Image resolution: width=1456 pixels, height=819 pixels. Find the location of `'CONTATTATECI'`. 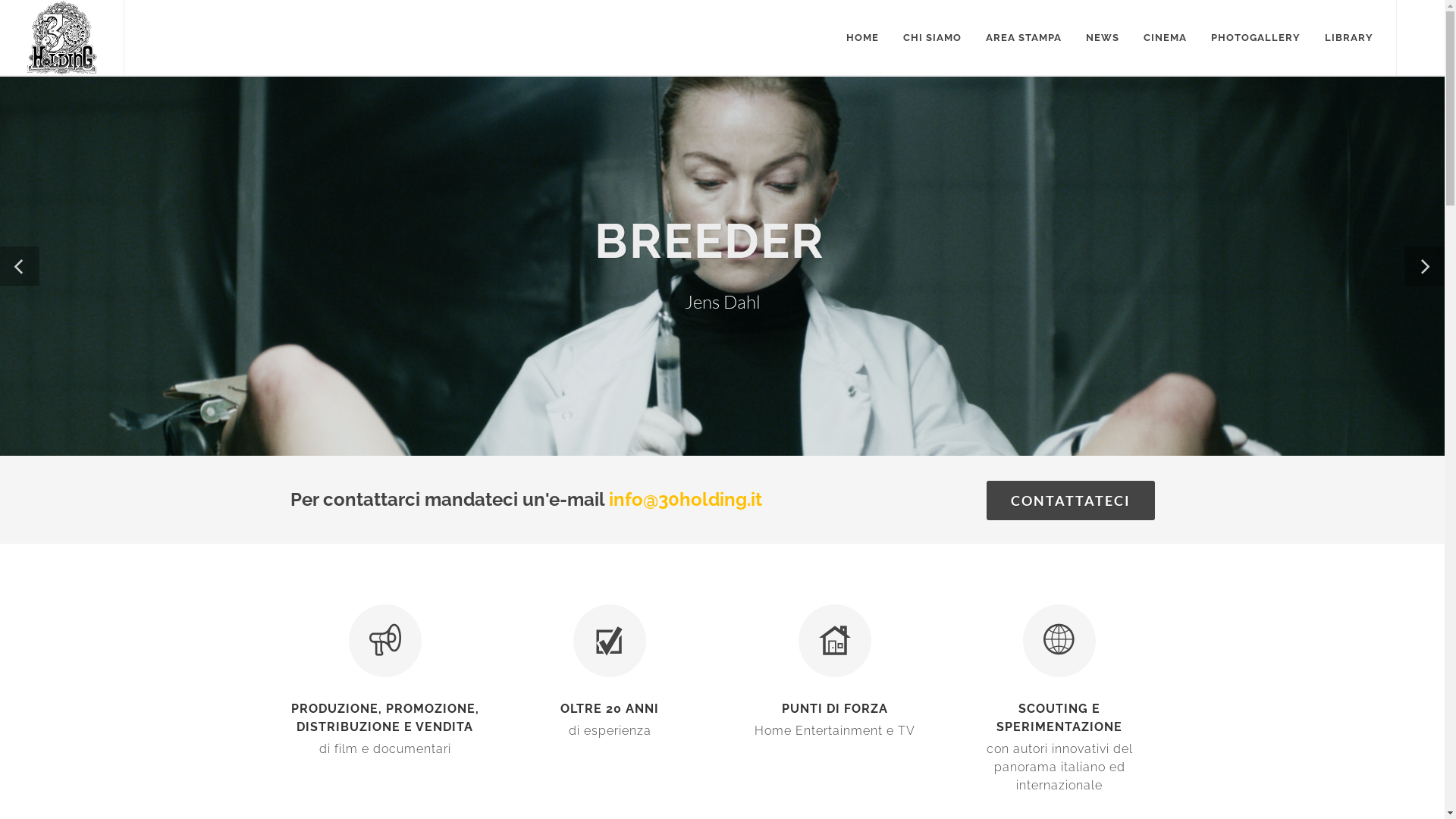

'CONTATTATECI' is located at coordinates (986, 500).